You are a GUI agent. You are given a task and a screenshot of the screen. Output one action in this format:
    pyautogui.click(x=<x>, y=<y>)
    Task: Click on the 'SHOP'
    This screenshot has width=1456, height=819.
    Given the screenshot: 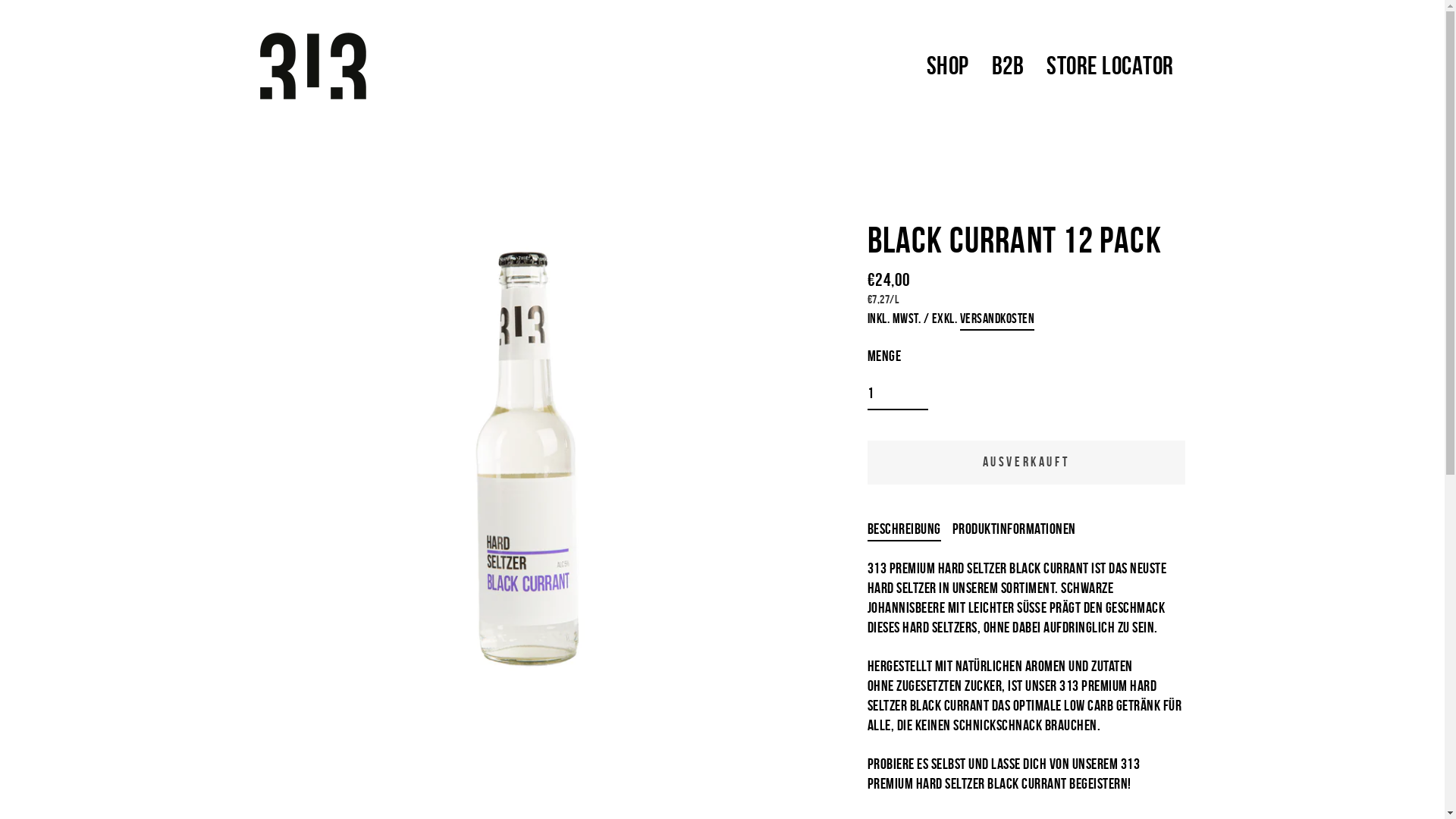 What is the action you would take?
    pyautogui.click(x=913, y=65)
    